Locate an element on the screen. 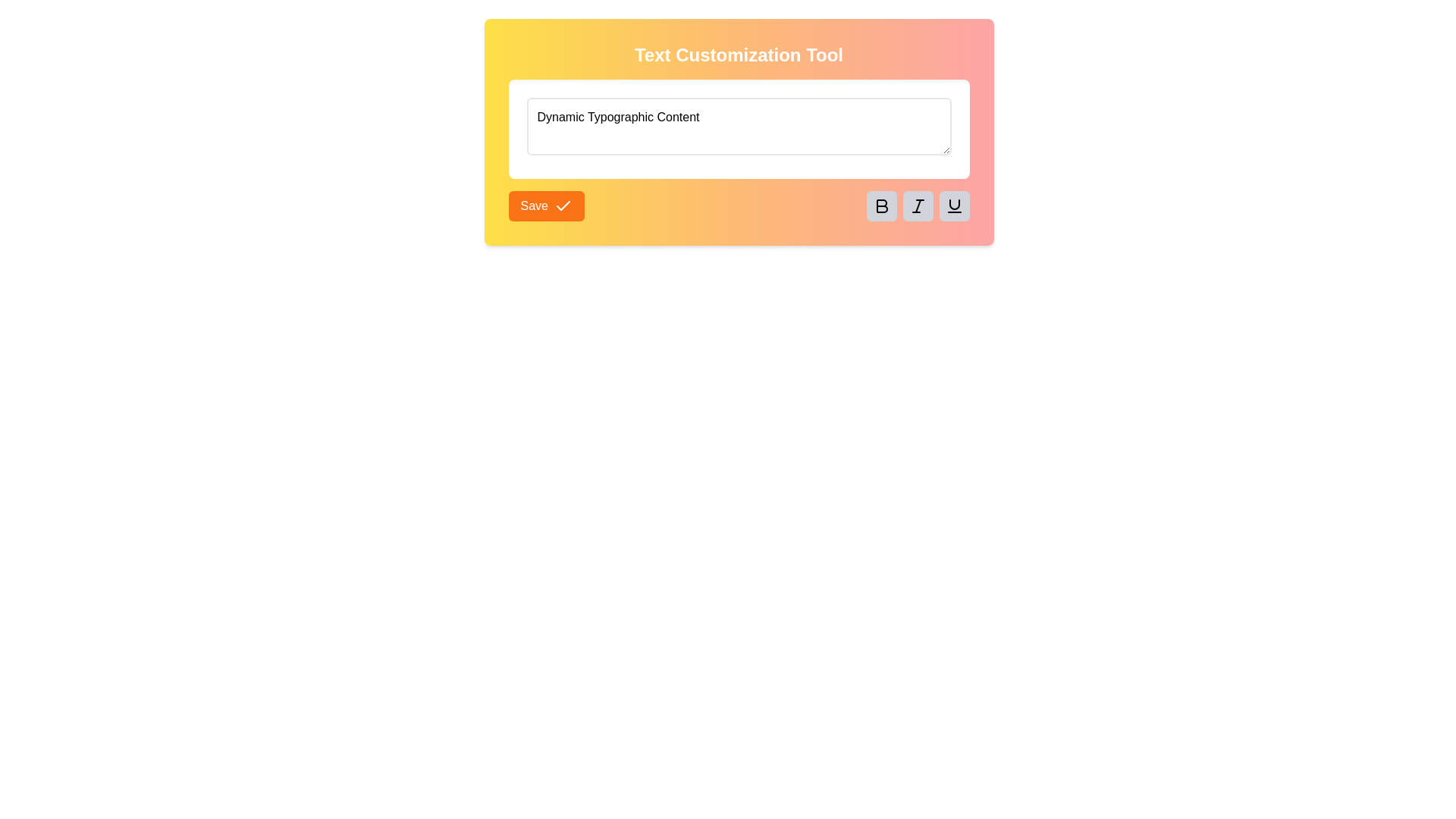  the italic formatting icon located centrally within the text customization toolbar to apply italic formatting is located at coordinates (917, 206).